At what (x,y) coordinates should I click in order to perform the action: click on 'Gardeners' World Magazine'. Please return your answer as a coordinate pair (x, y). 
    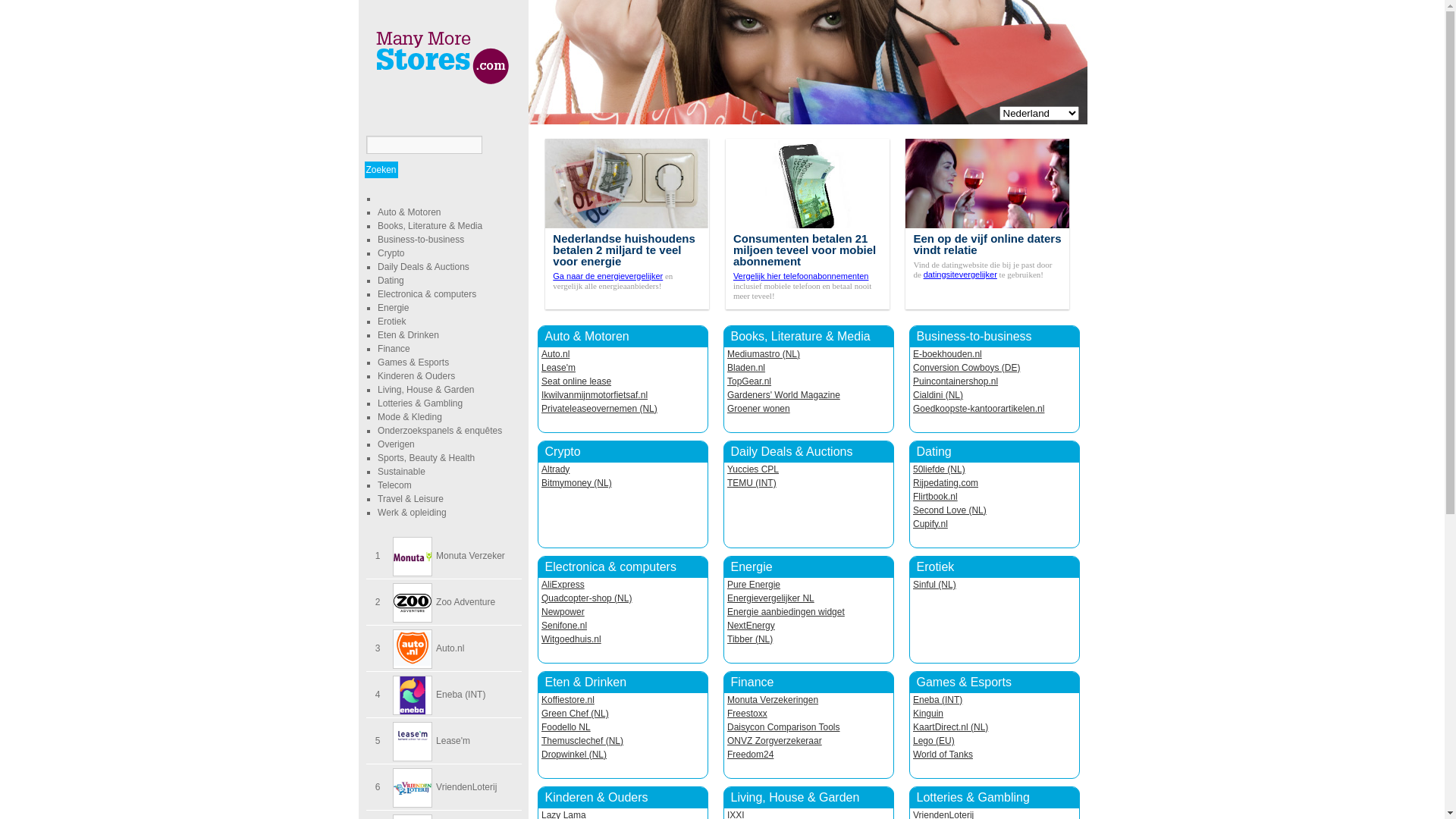
    Looking at the image, I should click on (783, 394).